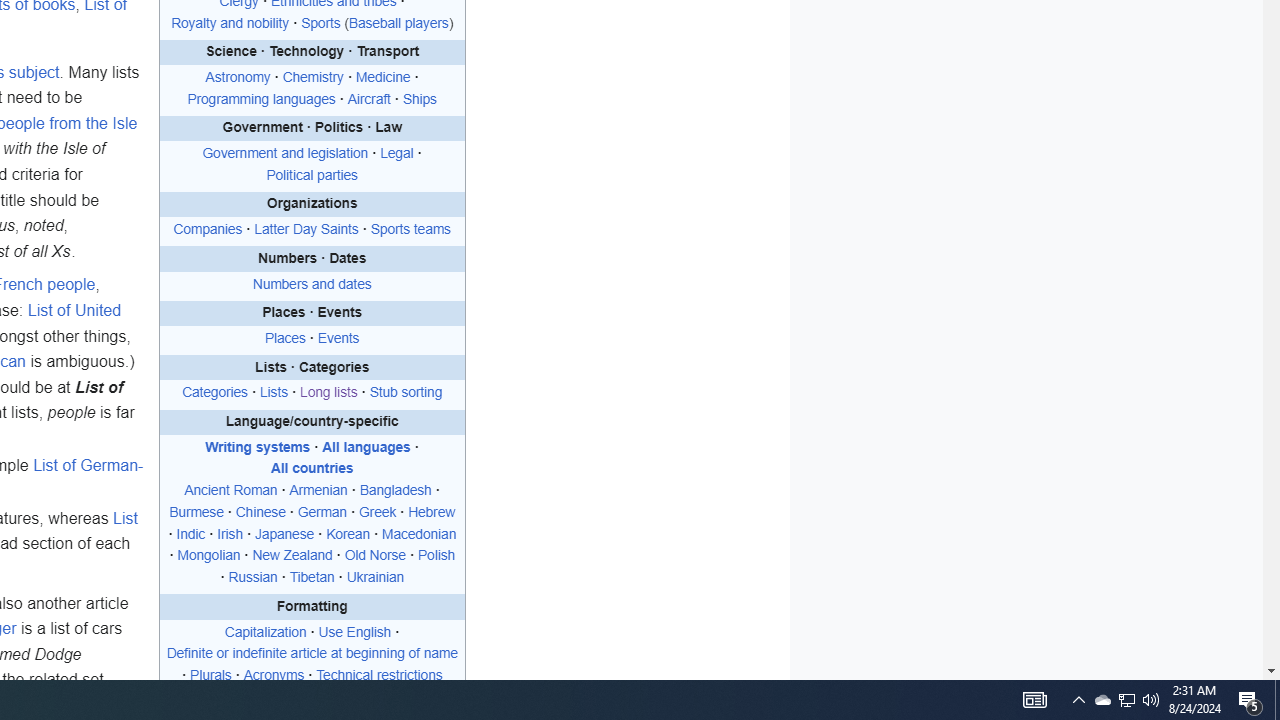 This screenshot has width=1280, height=720. What do you see at coordinates (409, 229) in the screenshot?
I see `'Sports teams'` at bounding box center [409, 229].